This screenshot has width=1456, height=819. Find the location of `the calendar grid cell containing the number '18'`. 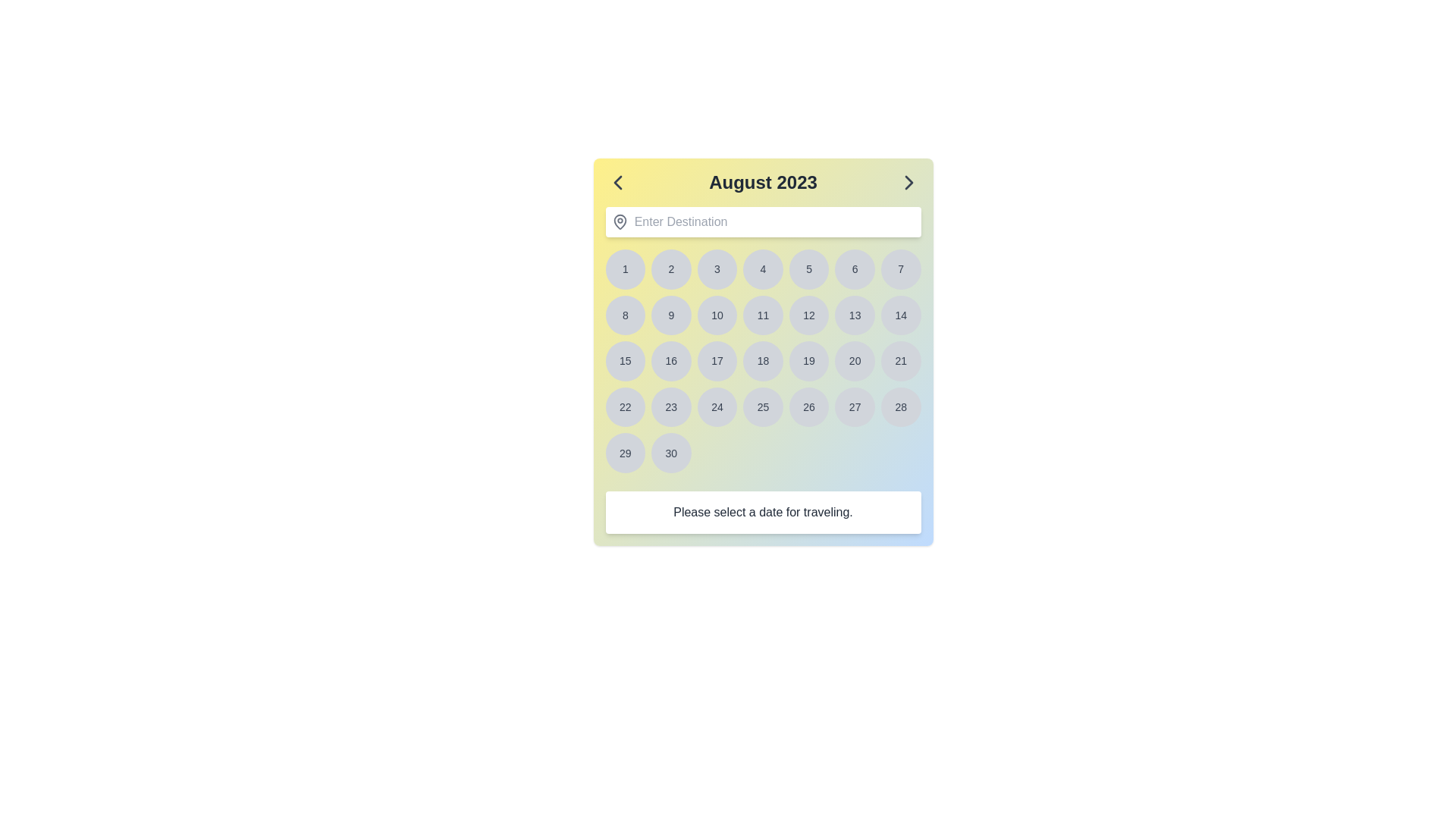

the calendar grid cell containing the number '18' is located at coordinates (763, 361).